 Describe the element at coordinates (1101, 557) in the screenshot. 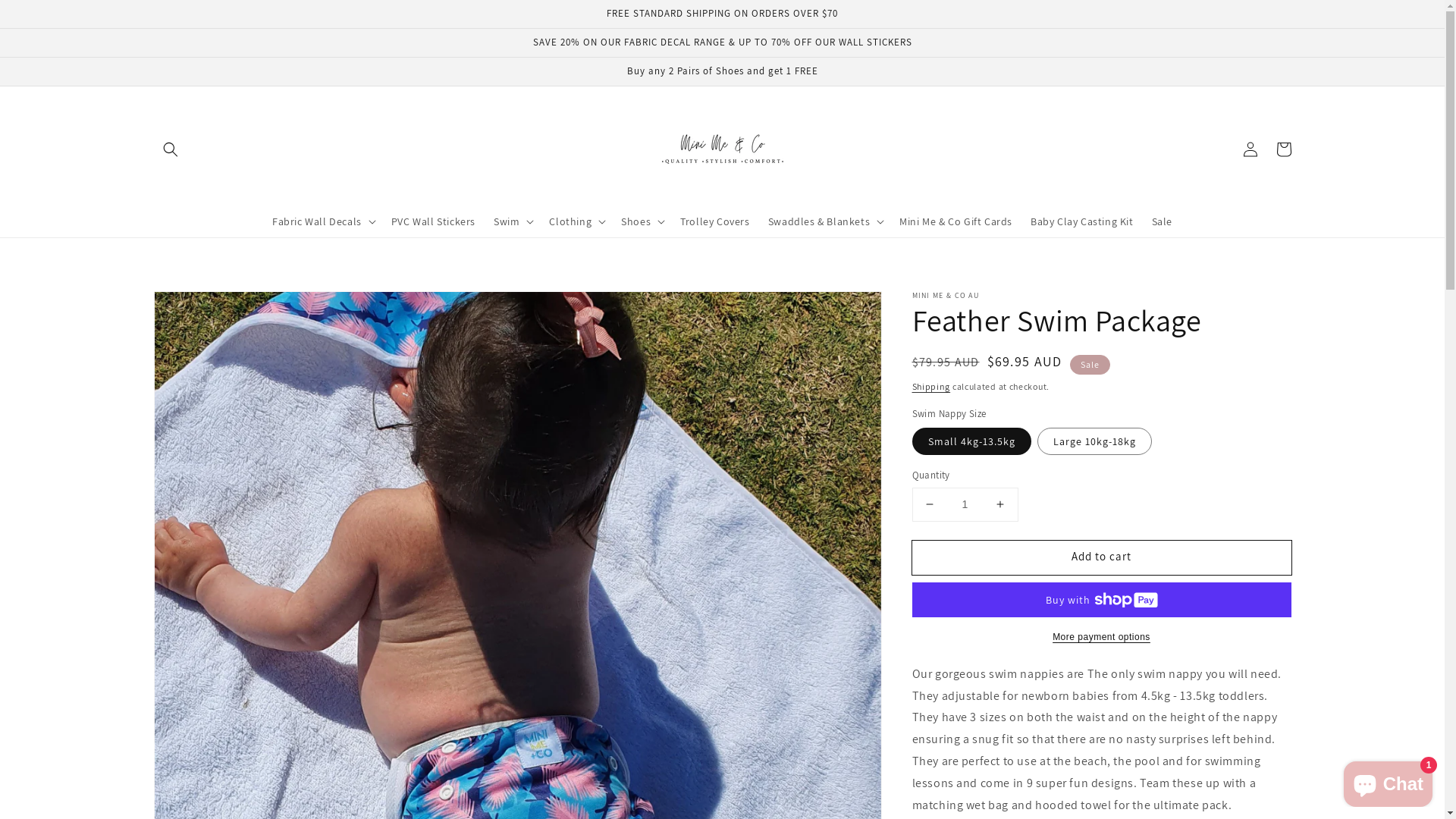

I see `'Add to cart'` at that location.